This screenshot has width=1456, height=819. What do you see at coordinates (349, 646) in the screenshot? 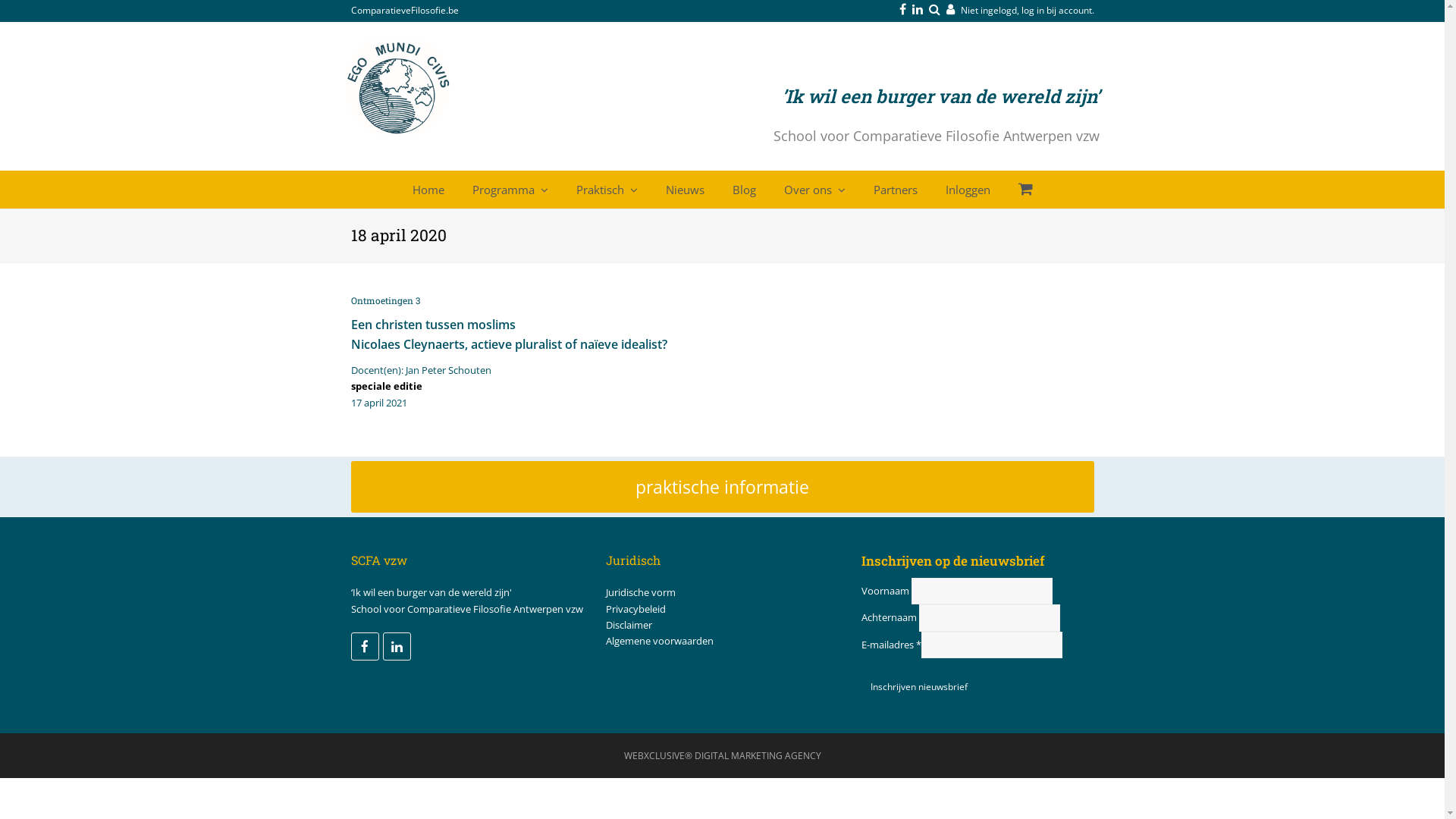
I see `'Facebook'` at bounding box center [349, 646].